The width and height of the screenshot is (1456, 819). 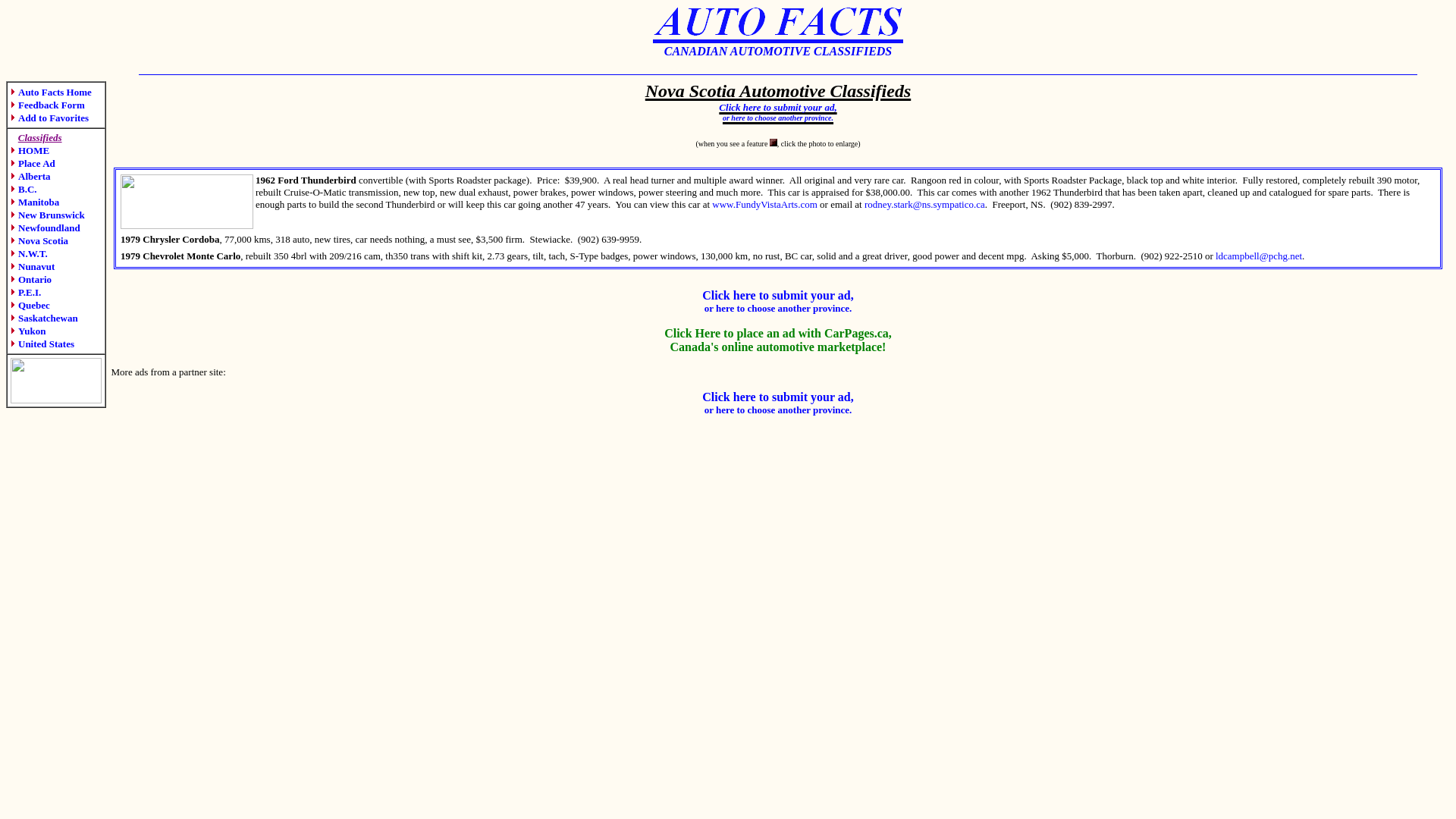 I want to click on 'Add to Favorites', so click(x=49, y=117).